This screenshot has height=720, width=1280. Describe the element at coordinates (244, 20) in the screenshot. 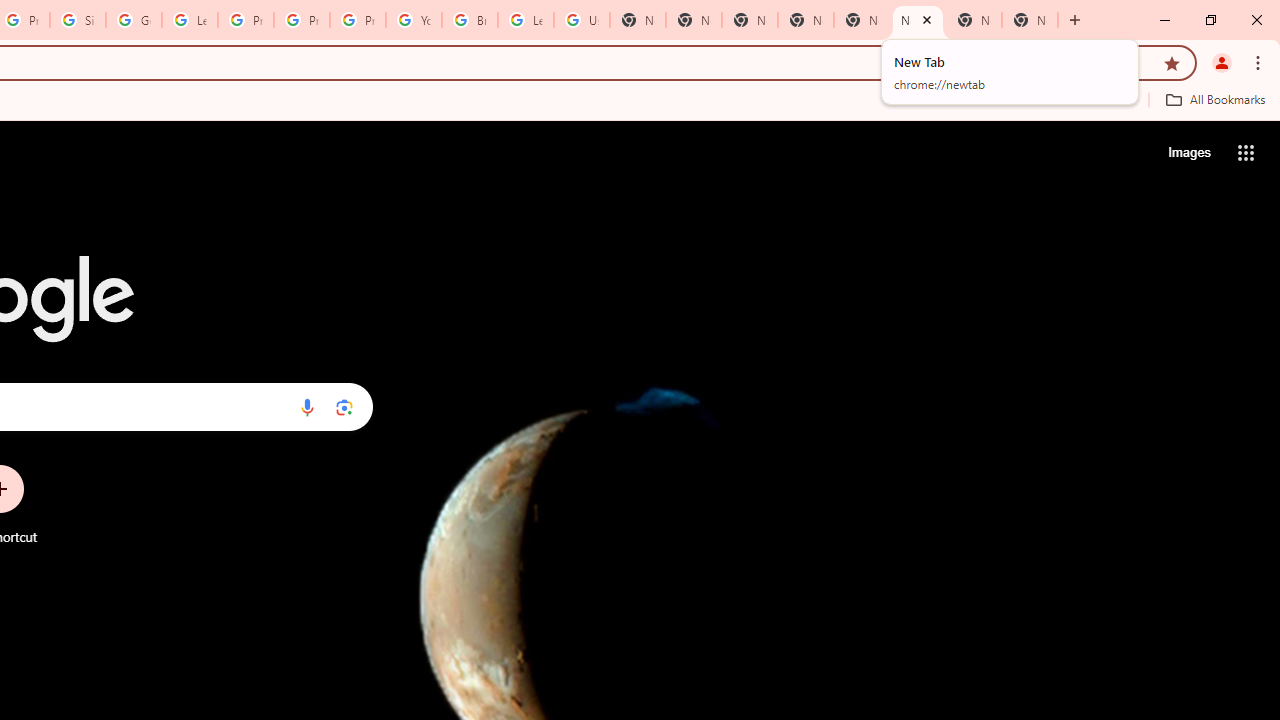

I see `'Privacy Help Center - Policies Help'` at that location.